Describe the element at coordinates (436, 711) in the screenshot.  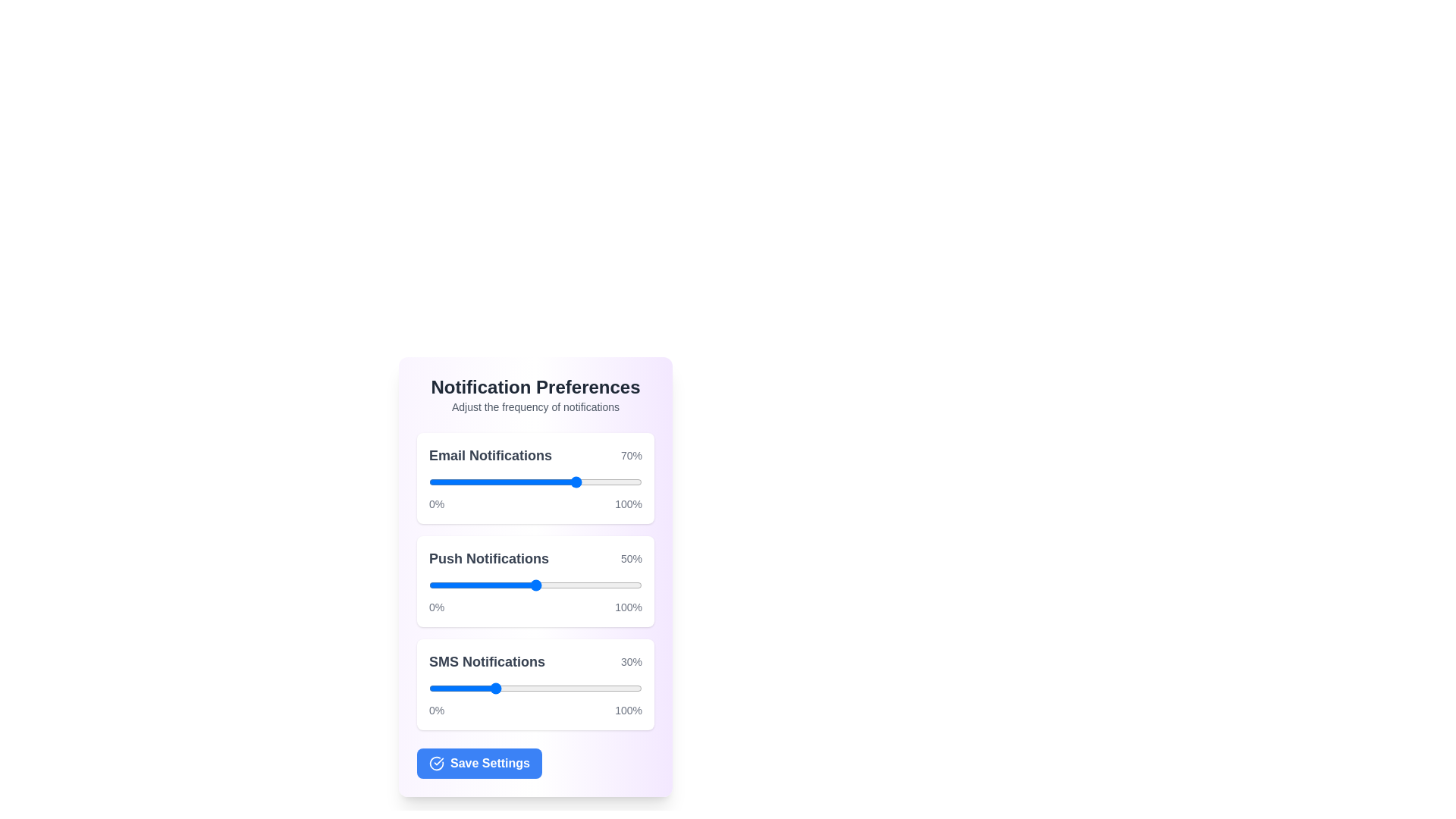
I see `the leftmost label displaying '0%' under the slider for 'SMS Notifications', which indicates the minimum value of the percentage range` at that location.